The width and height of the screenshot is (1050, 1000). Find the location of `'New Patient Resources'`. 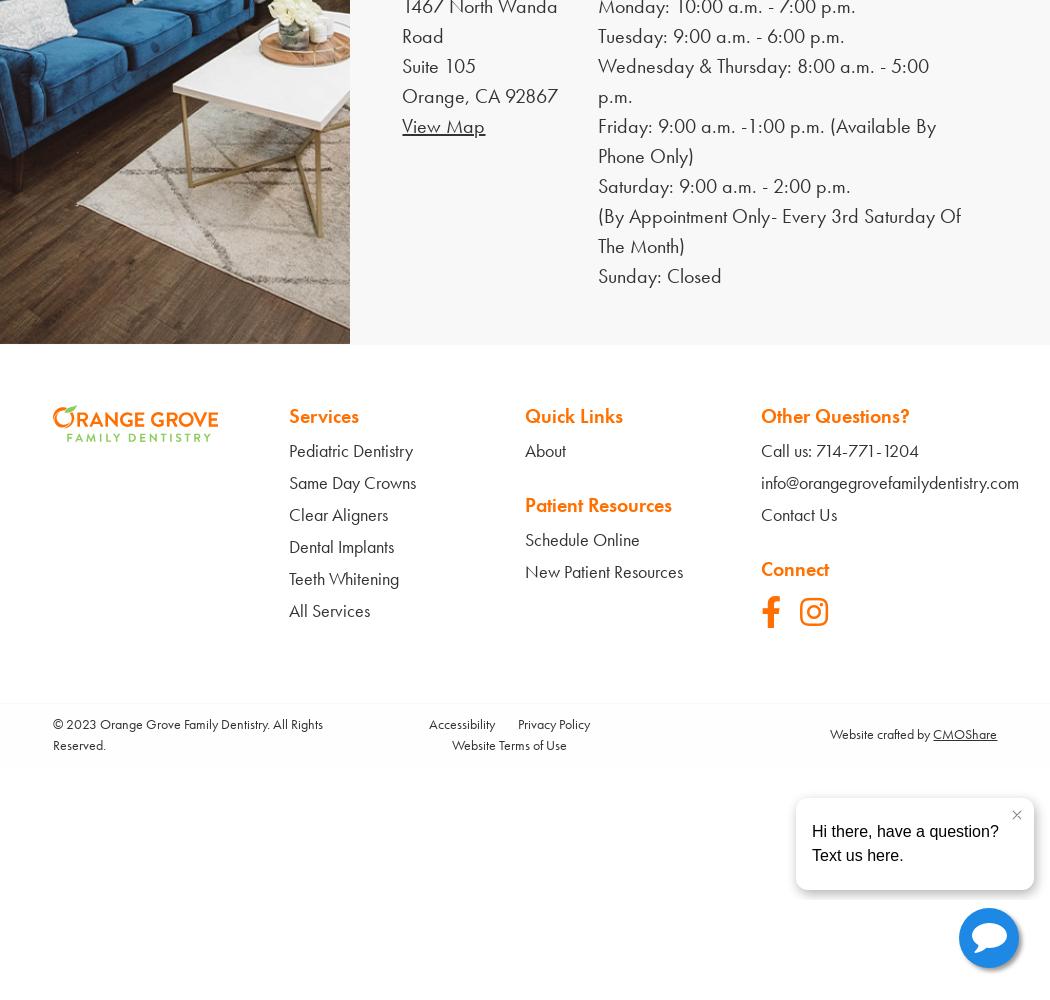

'New Patient Resources' is located at coordinates (603, 569).